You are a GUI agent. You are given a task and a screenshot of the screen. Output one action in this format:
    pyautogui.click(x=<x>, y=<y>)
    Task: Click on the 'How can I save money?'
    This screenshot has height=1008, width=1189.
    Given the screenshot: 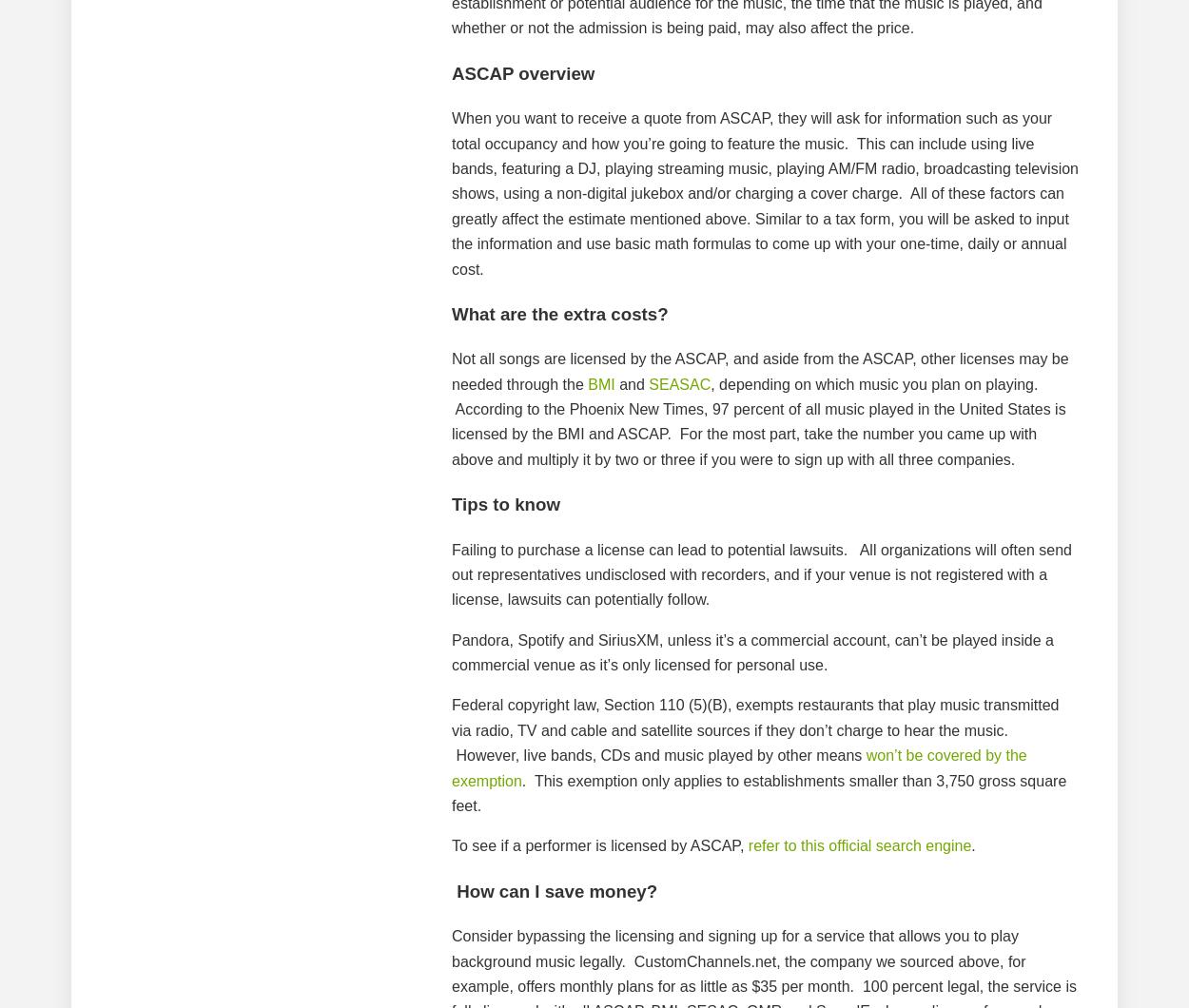 What is the action you would take?
    pyautogui.click(x=554, y=889)
    